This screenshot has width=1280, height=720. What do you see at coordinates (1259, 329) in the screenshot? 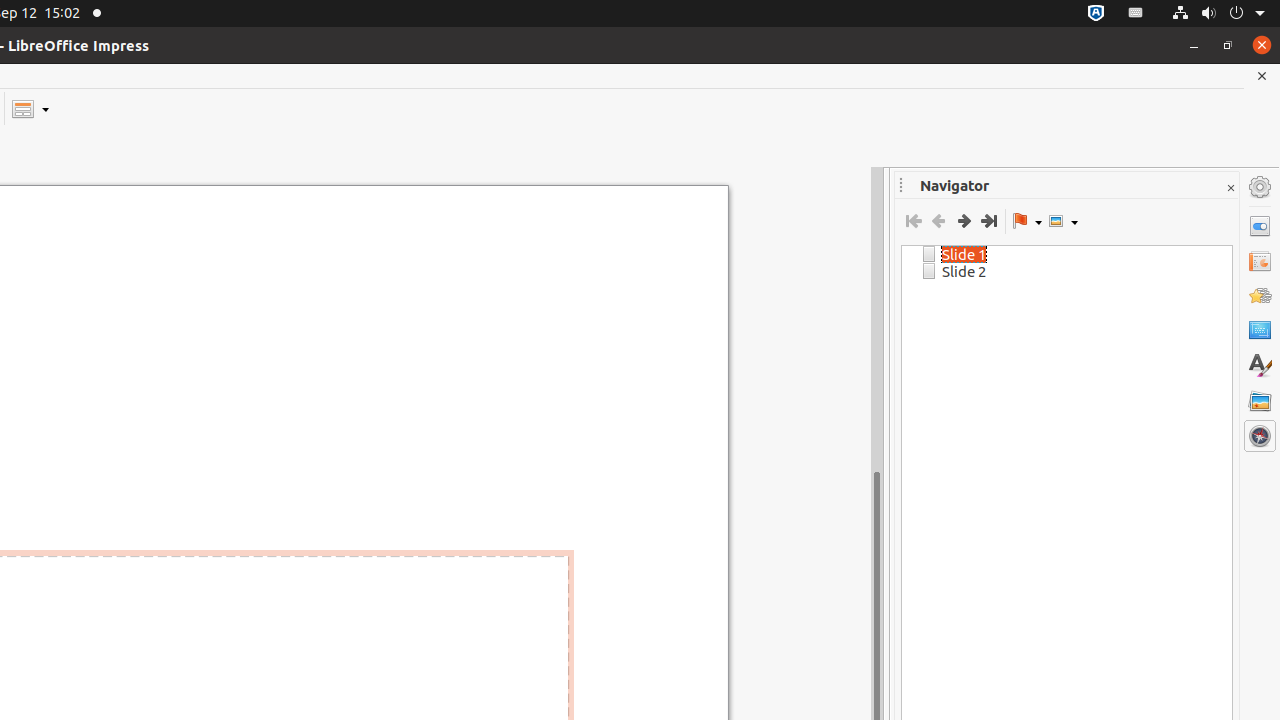
I see `'Master Slides'` at bounding box center [1259, 329].